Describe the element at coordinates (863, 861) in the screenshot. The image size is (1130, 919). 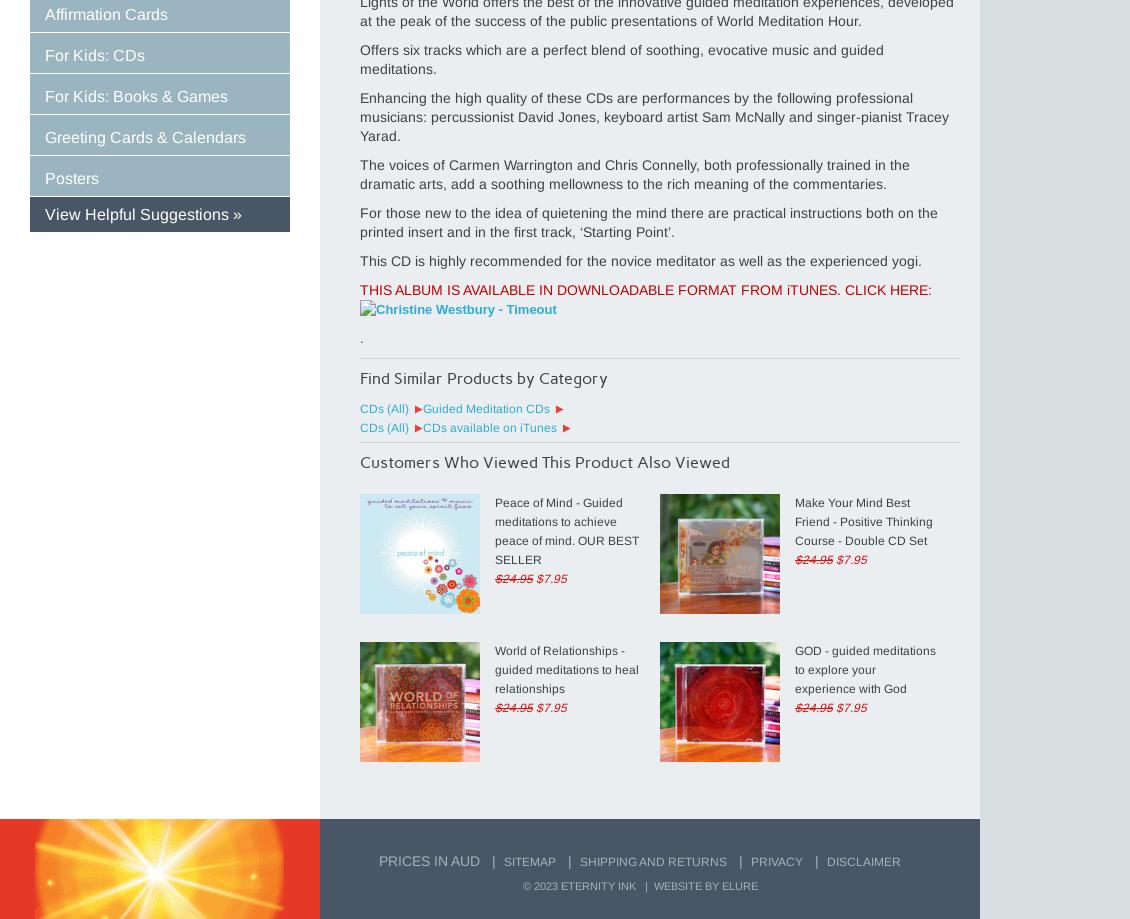
I see `'Disclaimer'` at that location.